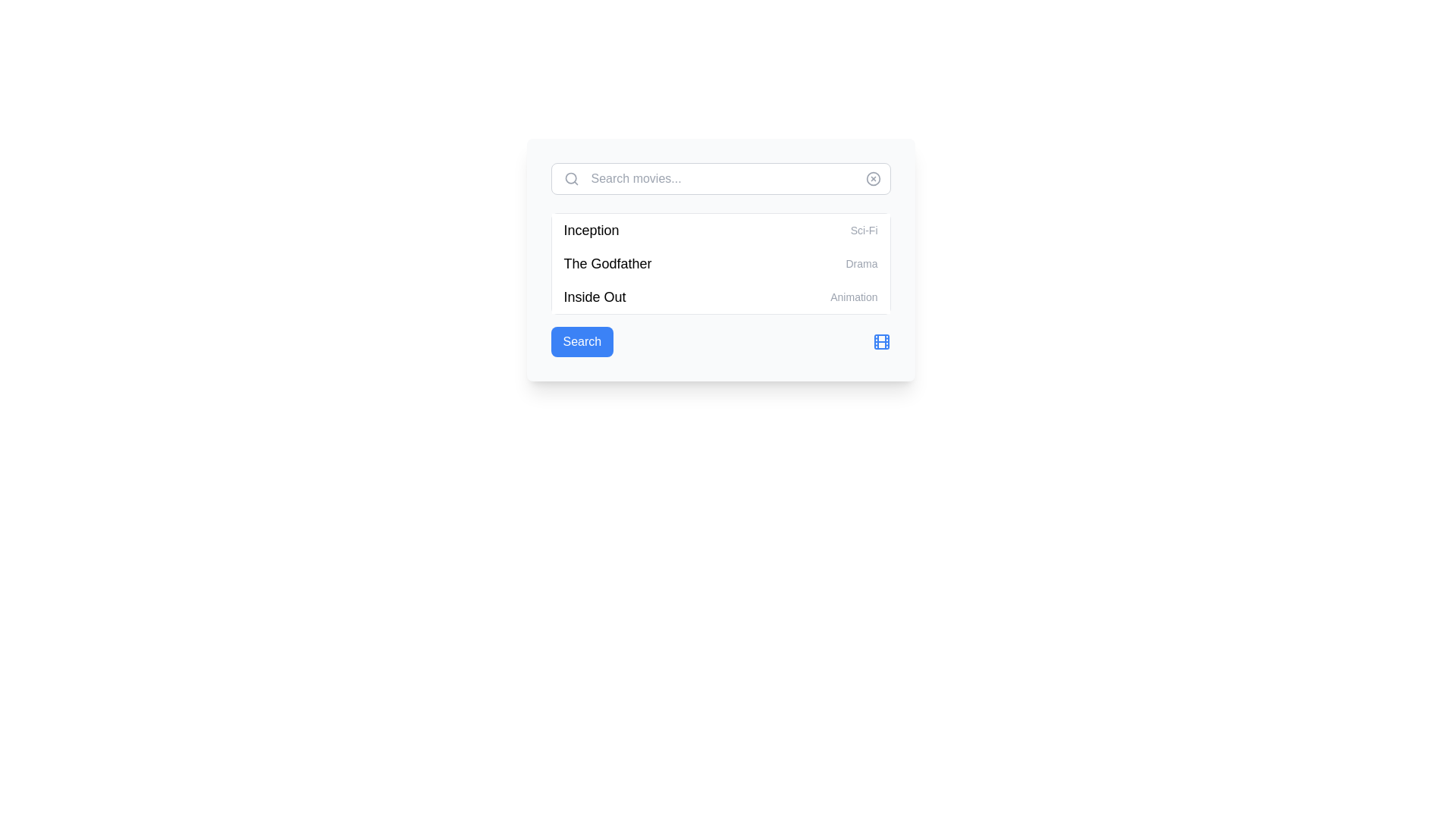 The image size is (1456, 819). What do you see at coordinates (873, 177) in the screenshot?
I see `the circular close button with a gray border and cross icon, located to the far-right side of the search input field` at bounding box center [873, 177].